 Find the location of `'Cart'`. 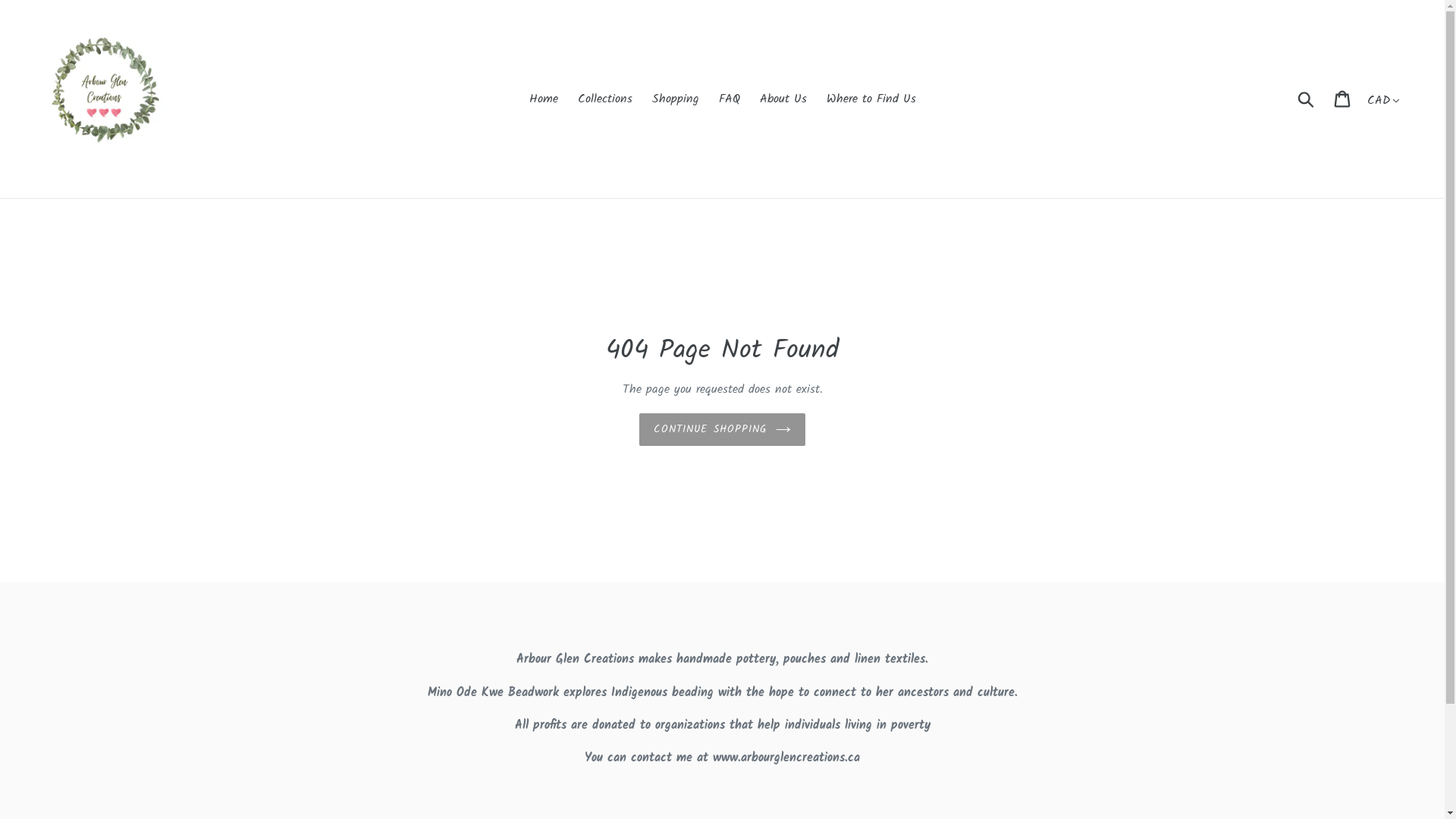

'Cart' is located at coordinates (1343, 99).